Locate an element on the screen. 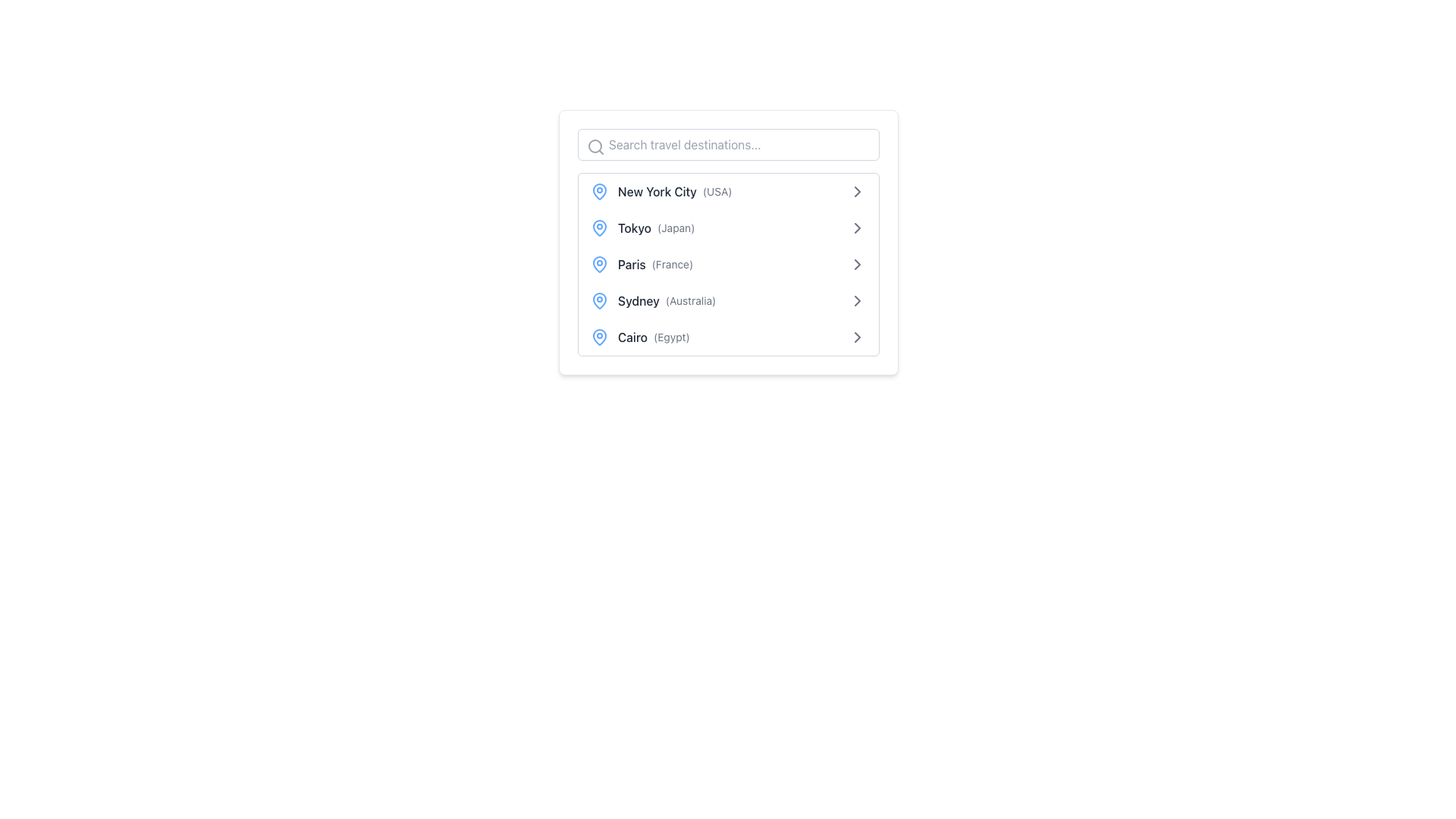 This screenshot has width=1456, height=819. the selectable location option for 'New York City (USA)' in the dropdown menu of travel destinations is located at coordinates (661, 191).